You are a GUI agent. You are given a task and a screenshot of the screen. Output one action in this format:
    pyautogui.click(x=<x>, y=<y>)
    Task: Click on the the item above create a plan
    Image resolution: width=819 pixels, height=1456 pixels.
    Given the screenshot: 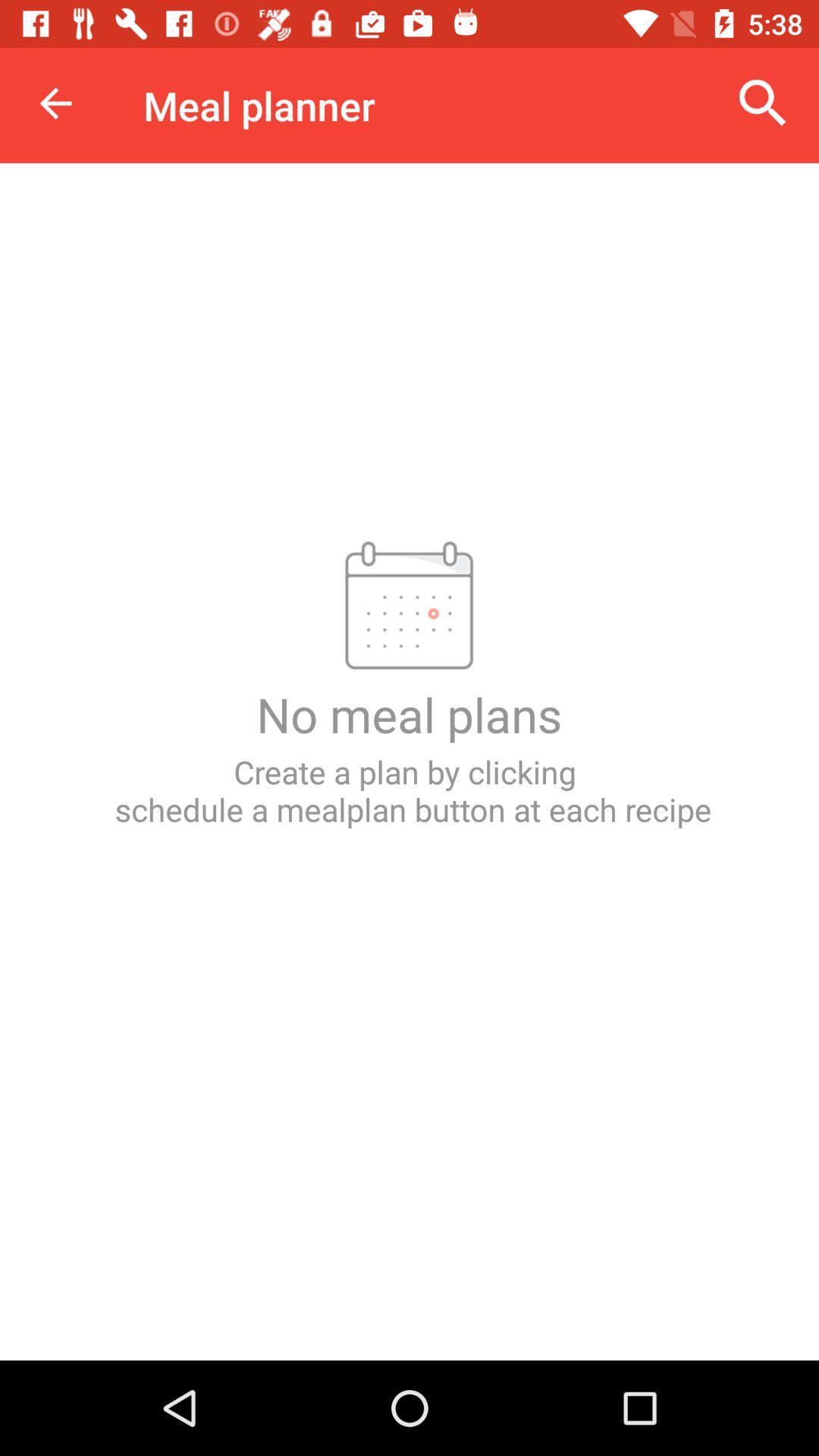 What is the action you would take?
    pyautogui.click(x=763, y=102)
    